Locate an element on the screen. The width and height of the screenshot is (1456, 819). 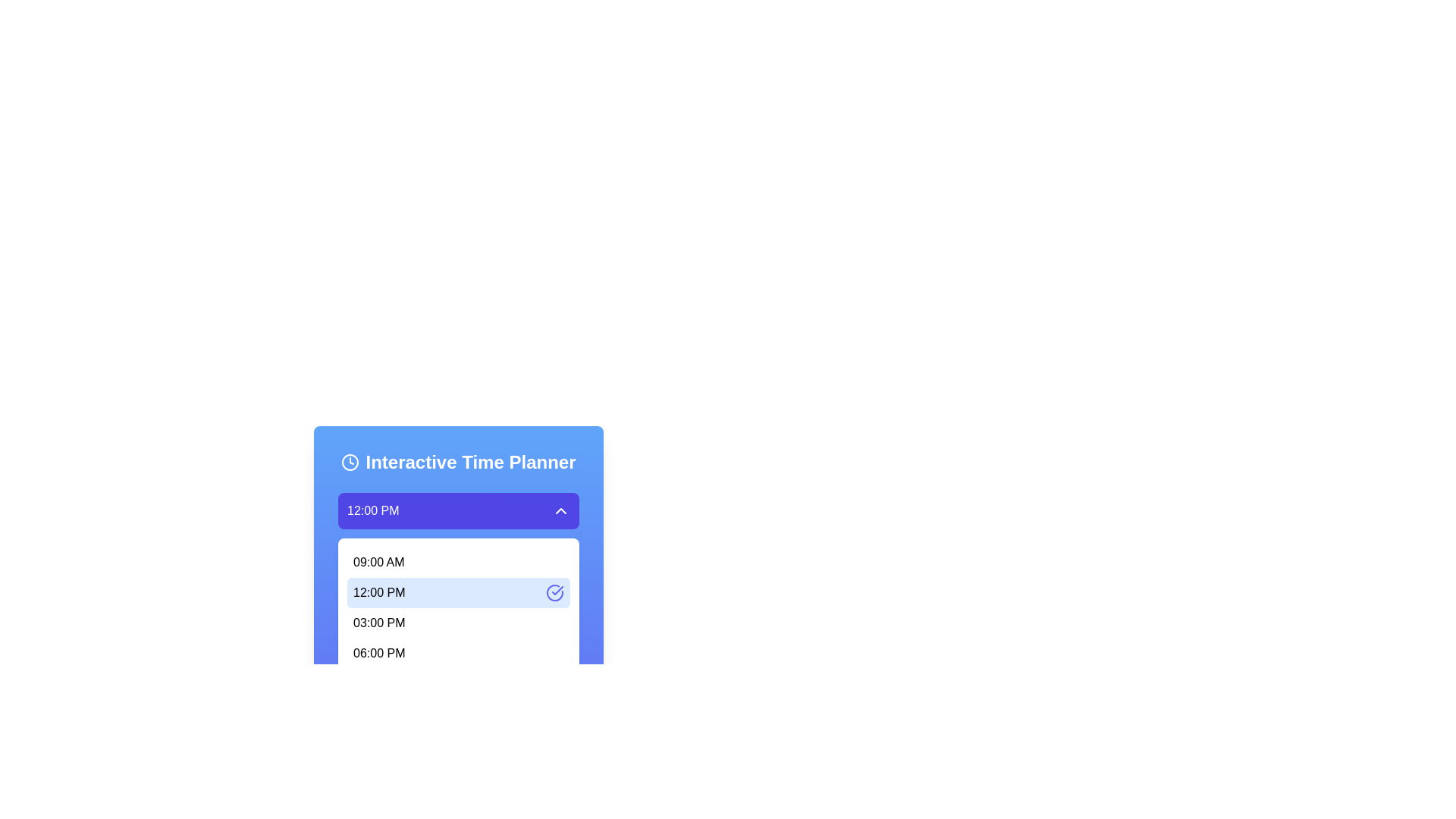
the first item in the vertical list representing a selectable time slot in the schedule, located beneath the '12:00 PM' dropdown is located at coordinates (457, 562).